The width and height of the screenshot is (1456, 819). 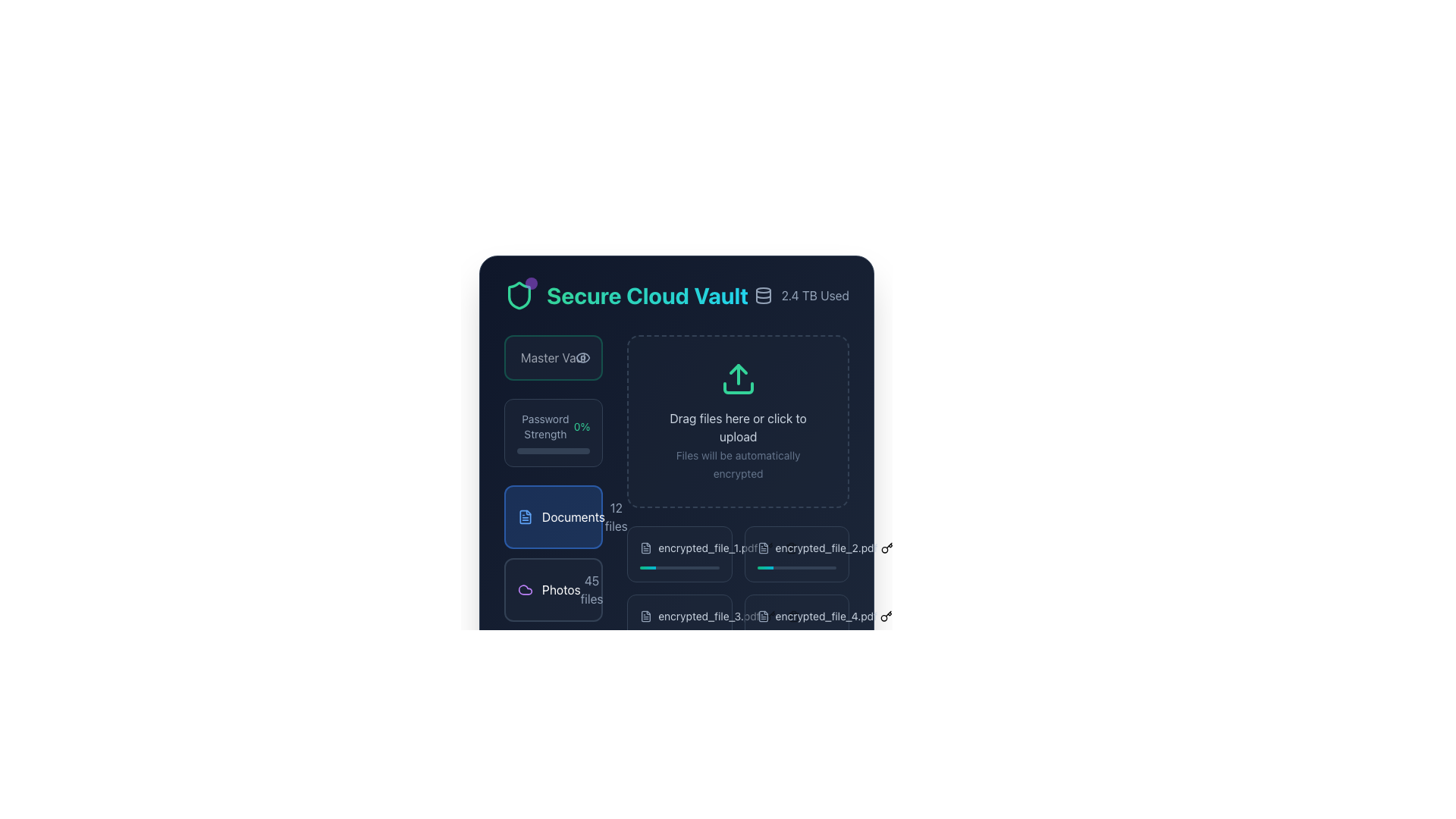 I want to click on the 'Documents' icon, which visually represents the 'Documents' category, so click(x=525, y=516).